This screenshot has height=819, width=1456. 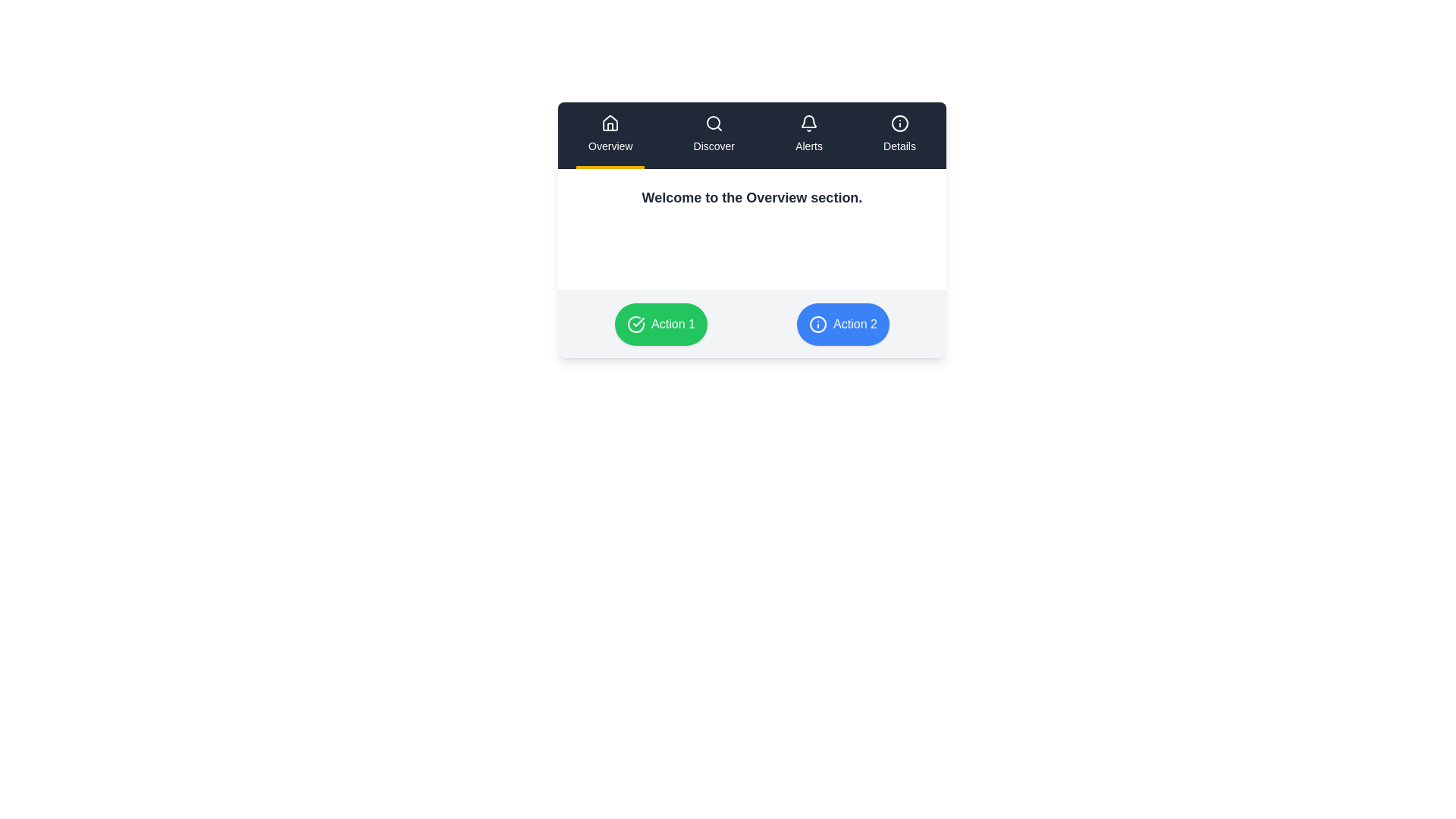 I want to click on the bell-shaped icon in the 'Alerts' navigation item, so click(x=808, y=122).